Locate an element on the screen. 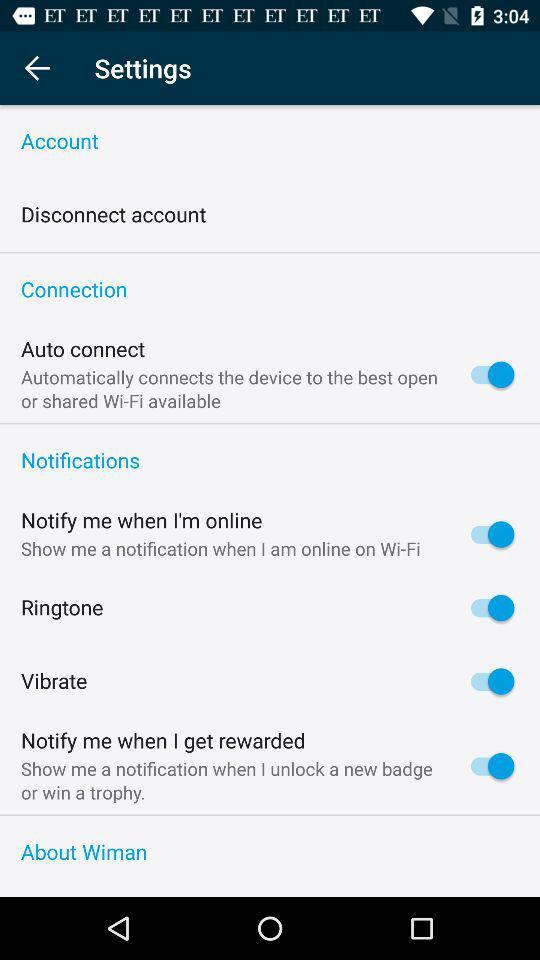 This screenshot has height=960, width=540. the item below the disconnect account icon is located at coordinates (270, 251).